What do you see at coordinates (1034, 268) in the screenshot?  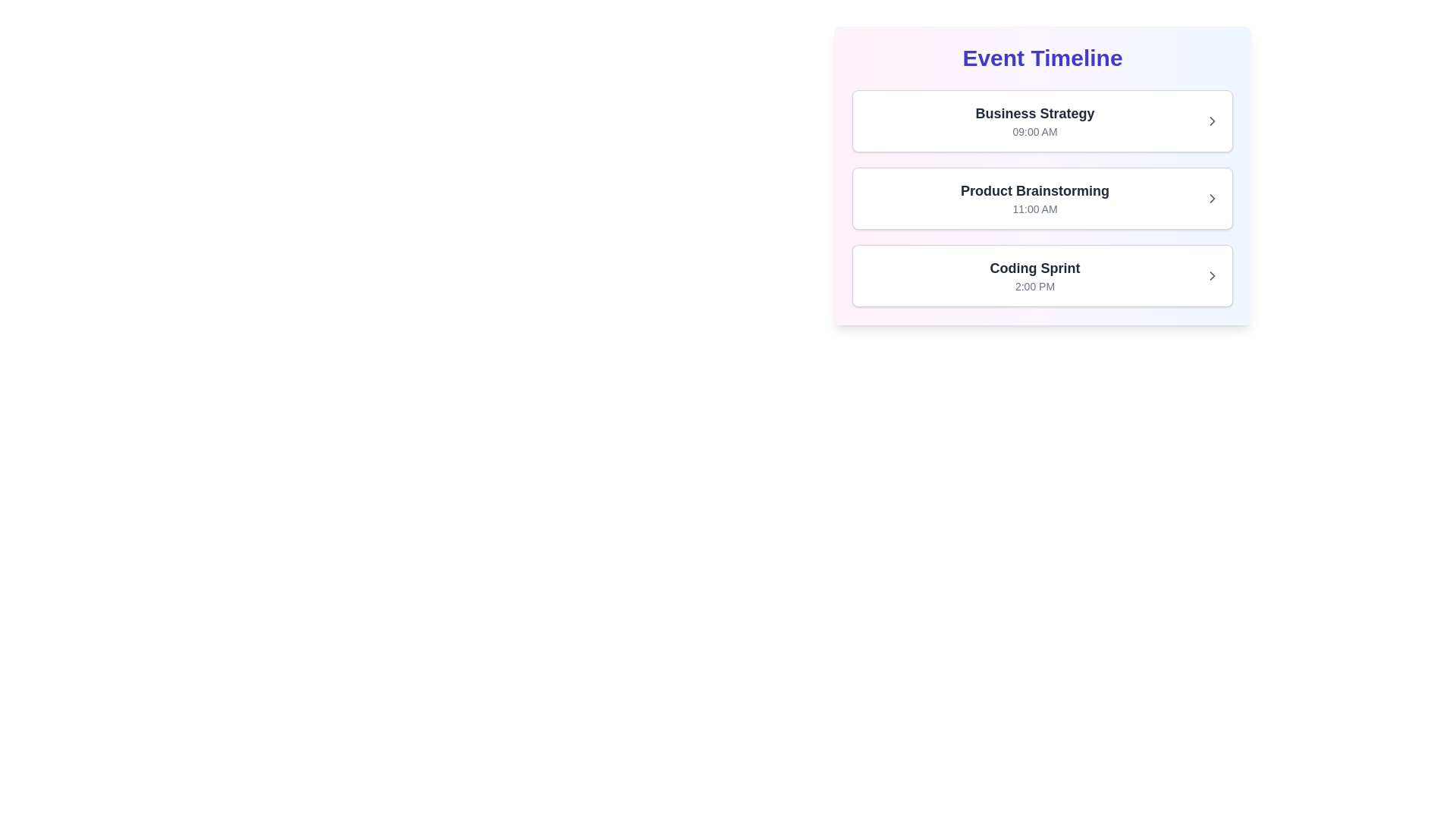 I see `the text element displaying 'Coding Sprint' which is the title of the third event card in the 'Event Timeline' list` at bounding box center [1034, 268].